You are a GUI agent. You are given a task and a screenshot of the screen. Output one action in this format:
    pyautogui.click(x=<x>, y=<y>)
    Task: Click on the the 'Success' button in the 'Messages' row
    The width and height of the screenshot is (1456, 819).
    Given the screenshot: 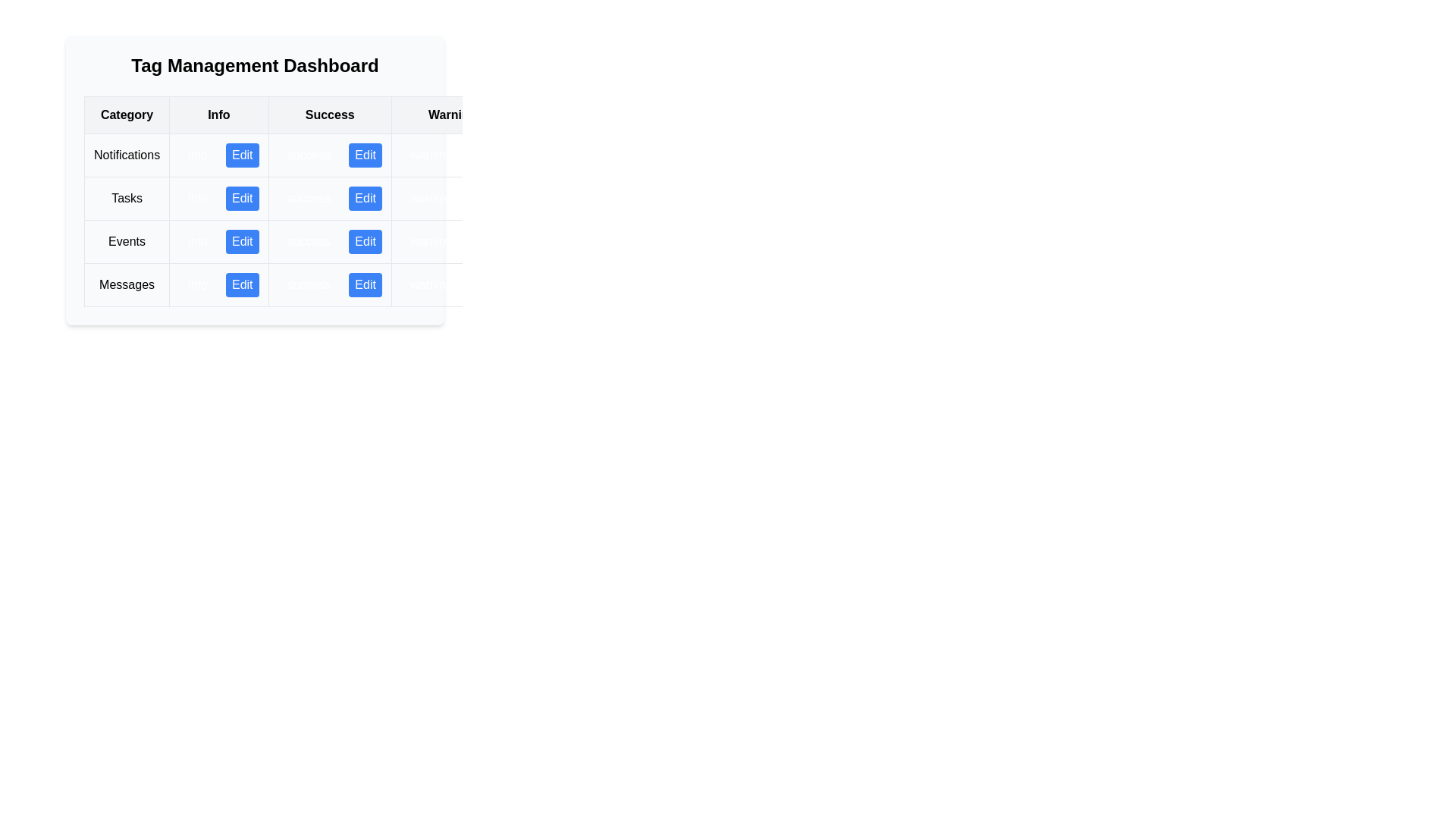 What is the action you would take?
    pyautogui.click(x=350, y=284)
    